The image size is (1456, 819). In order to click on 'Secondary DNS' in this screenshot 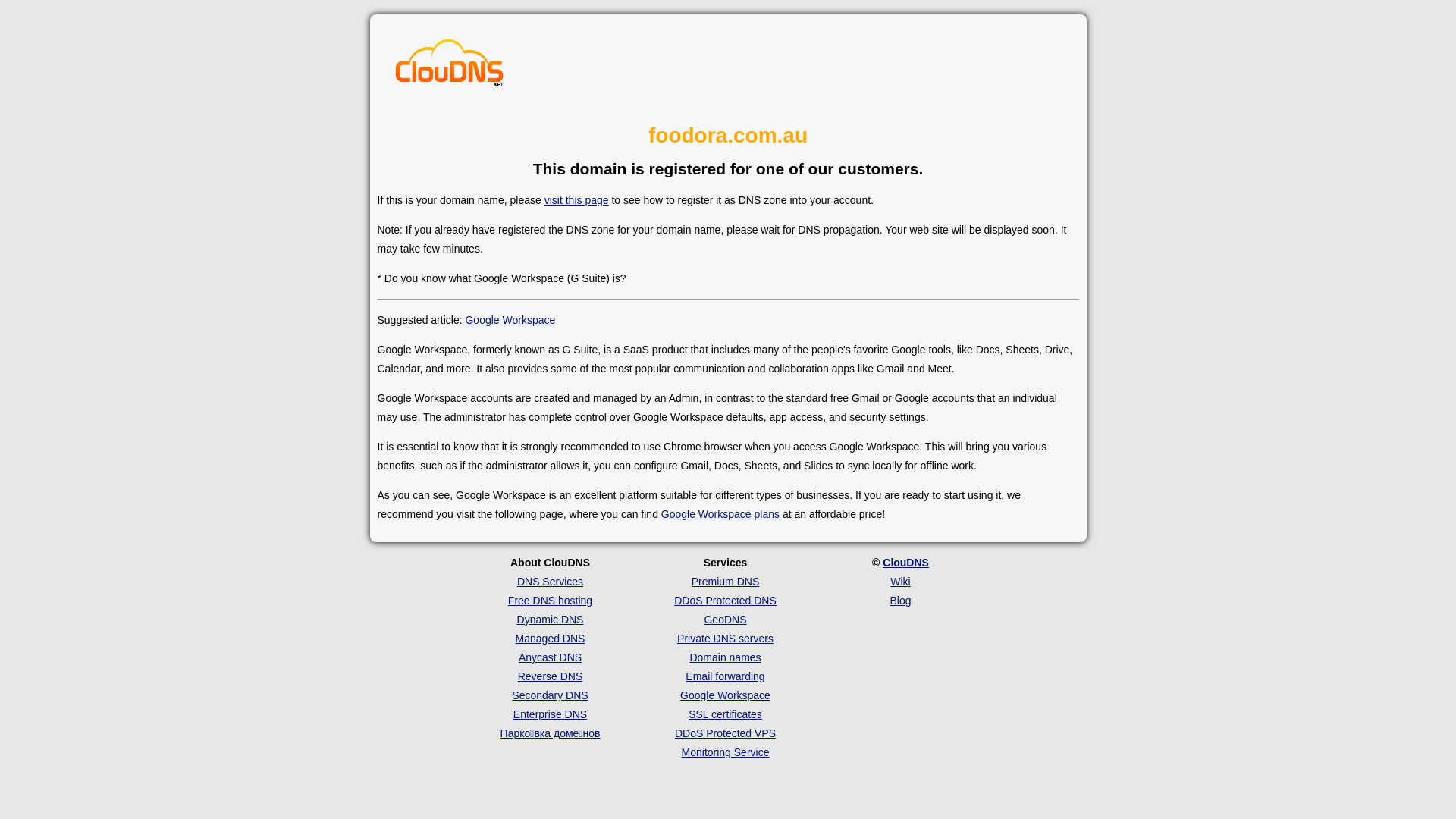, I will do `click(512, 695)`.